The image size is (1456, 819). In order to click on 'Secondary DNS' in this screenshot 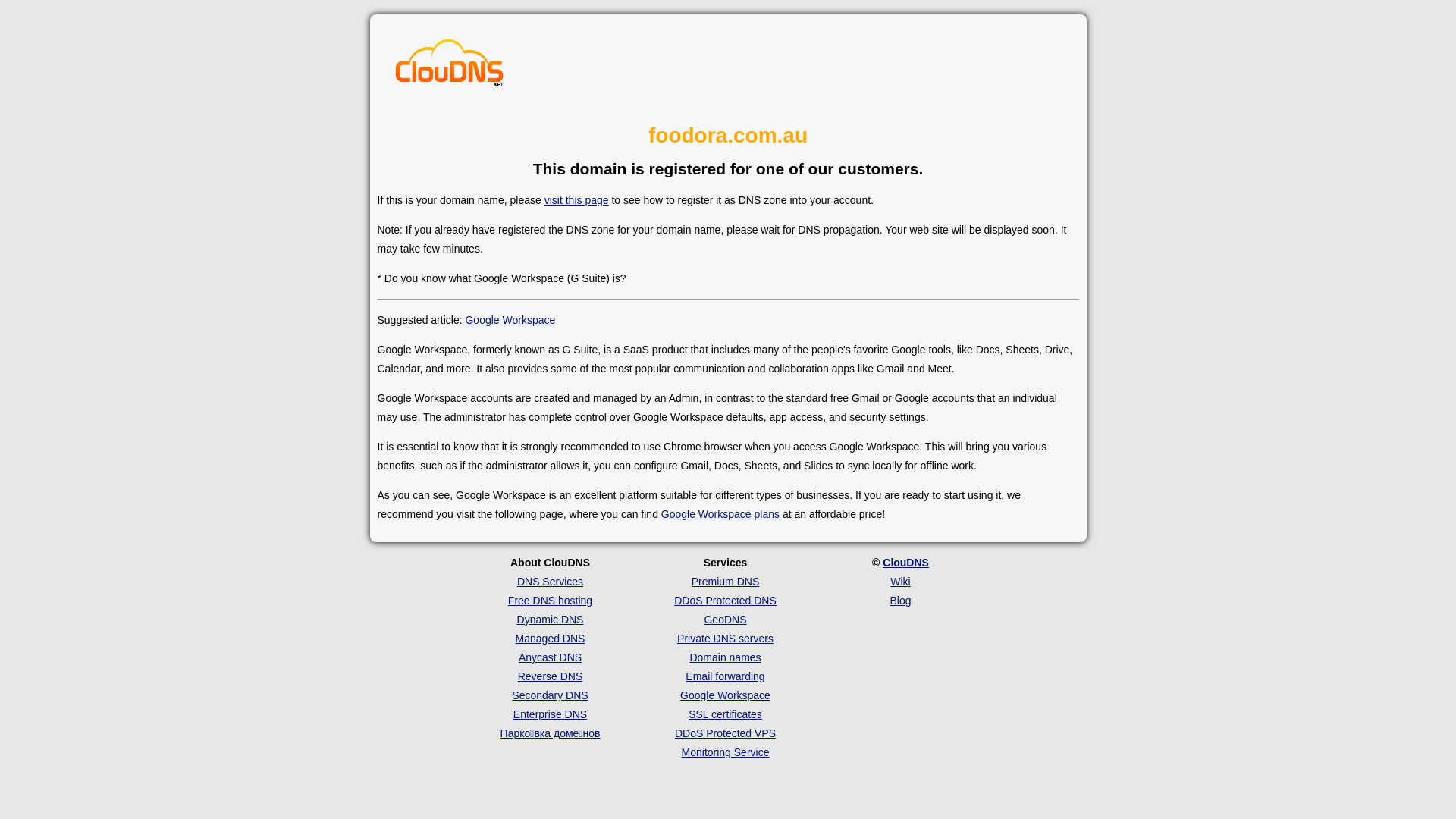, I will do `click(512, 695)`.